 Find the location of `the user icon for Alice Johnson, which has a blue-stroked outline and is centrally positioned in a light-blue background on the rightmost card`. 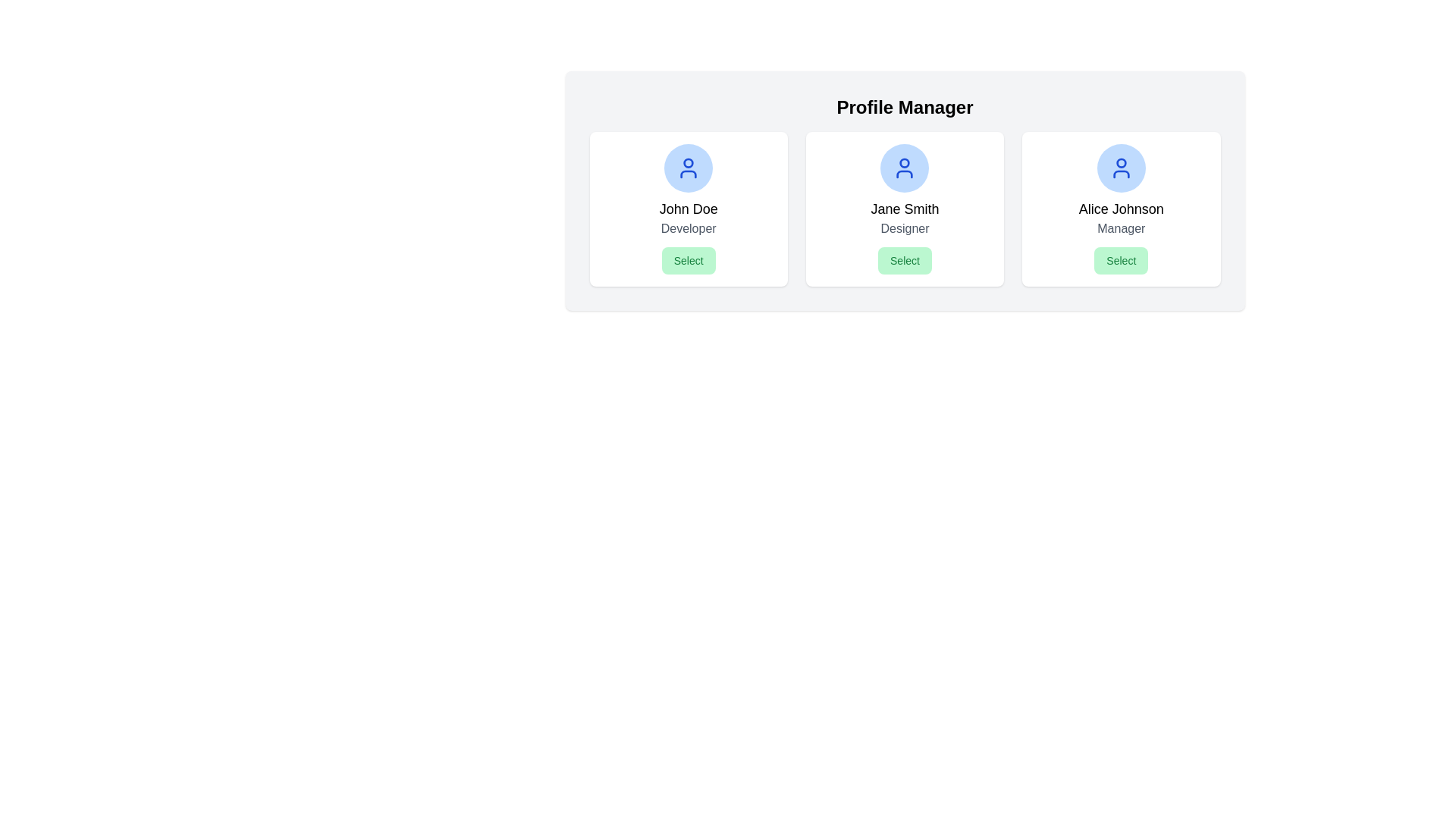

the user icon for Alice Johnson, which has a blue-stroked outline and is centrally positioned in a light-blue background on the rightmost card is located at coordinates (1121, 168).